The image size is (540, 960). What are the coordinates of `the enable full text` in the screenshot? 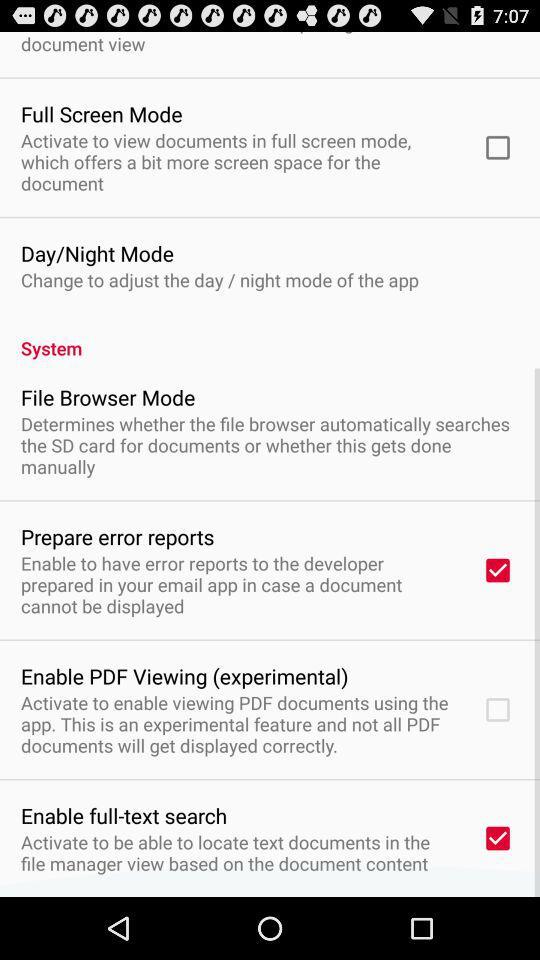 It's located at (124, 815).